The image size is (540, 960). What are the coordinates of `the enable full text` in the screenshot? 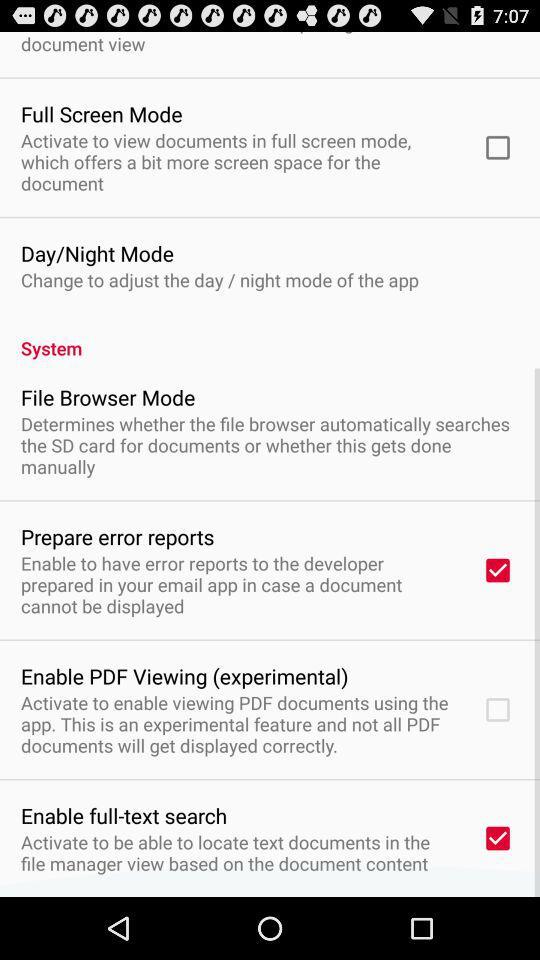 It's located at (124, 815).